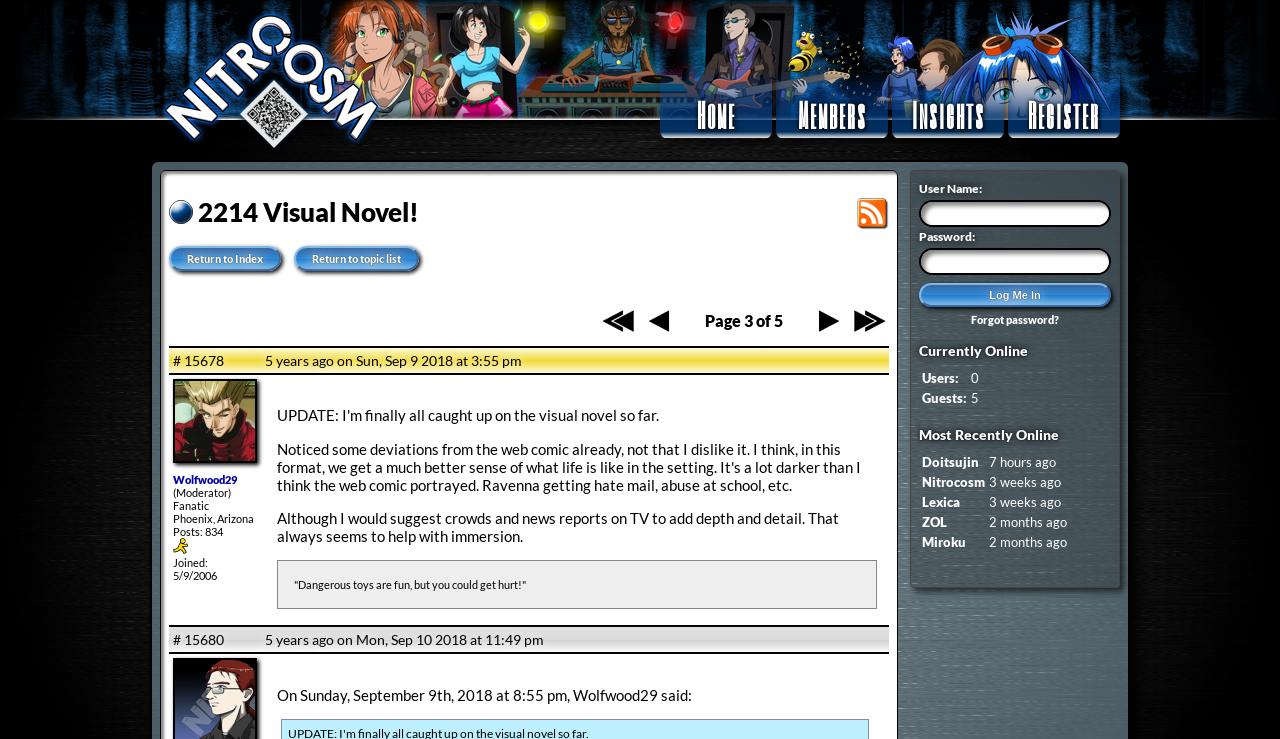 The height and width of the screenshot is (739, 1280). Describe the element at coordinates (943, 540) in the screenshot. I see `'Miroku'` at that location.